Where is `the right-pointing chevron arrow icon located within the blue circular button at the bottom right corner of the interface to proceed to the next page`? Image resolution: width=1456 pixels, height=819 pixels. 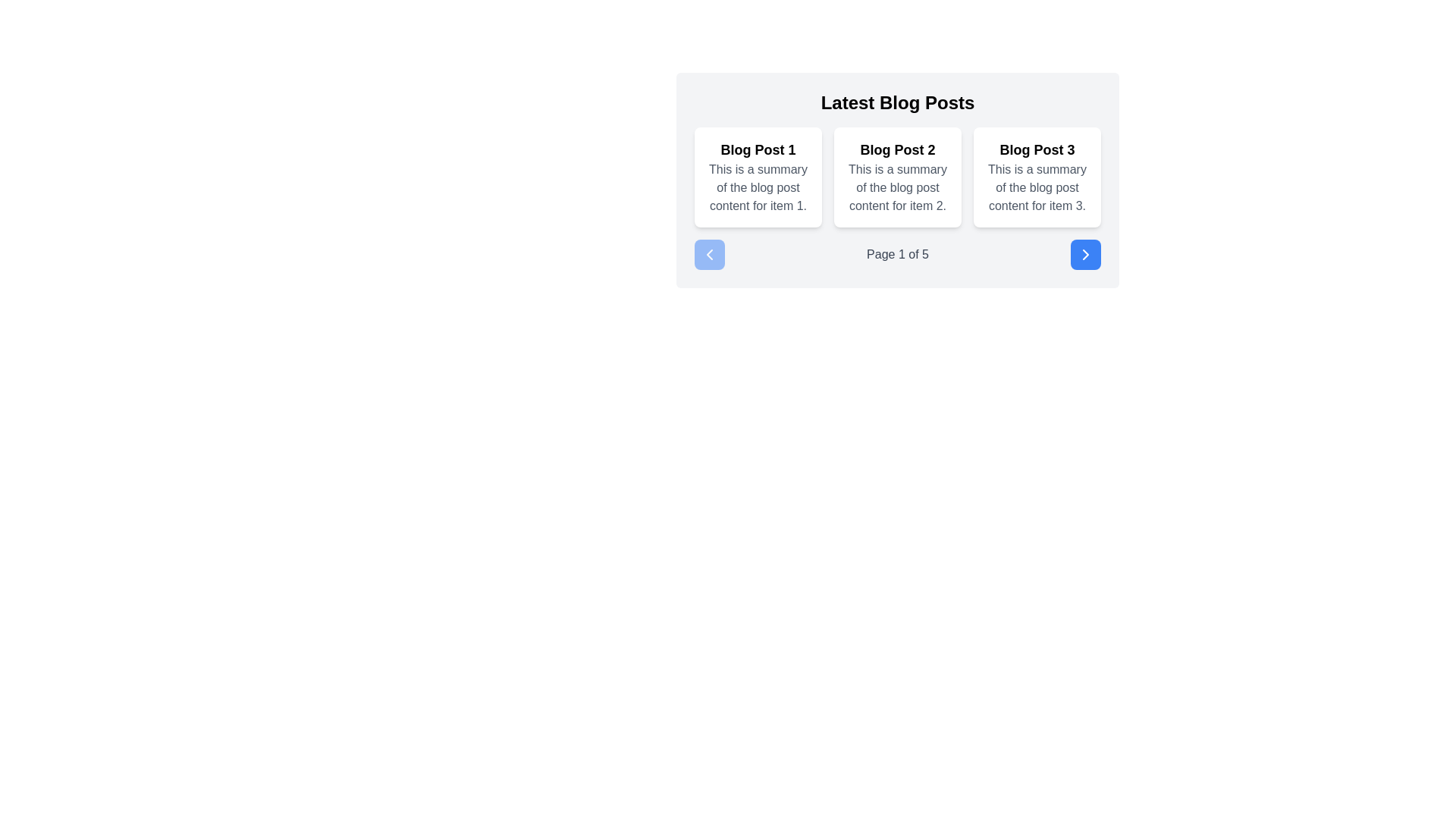 the right-pointing chevron arrow icon located within the blue circular button at the bottom right corner of the interface to proceed to the next page is located at coordinates (1084, 253).